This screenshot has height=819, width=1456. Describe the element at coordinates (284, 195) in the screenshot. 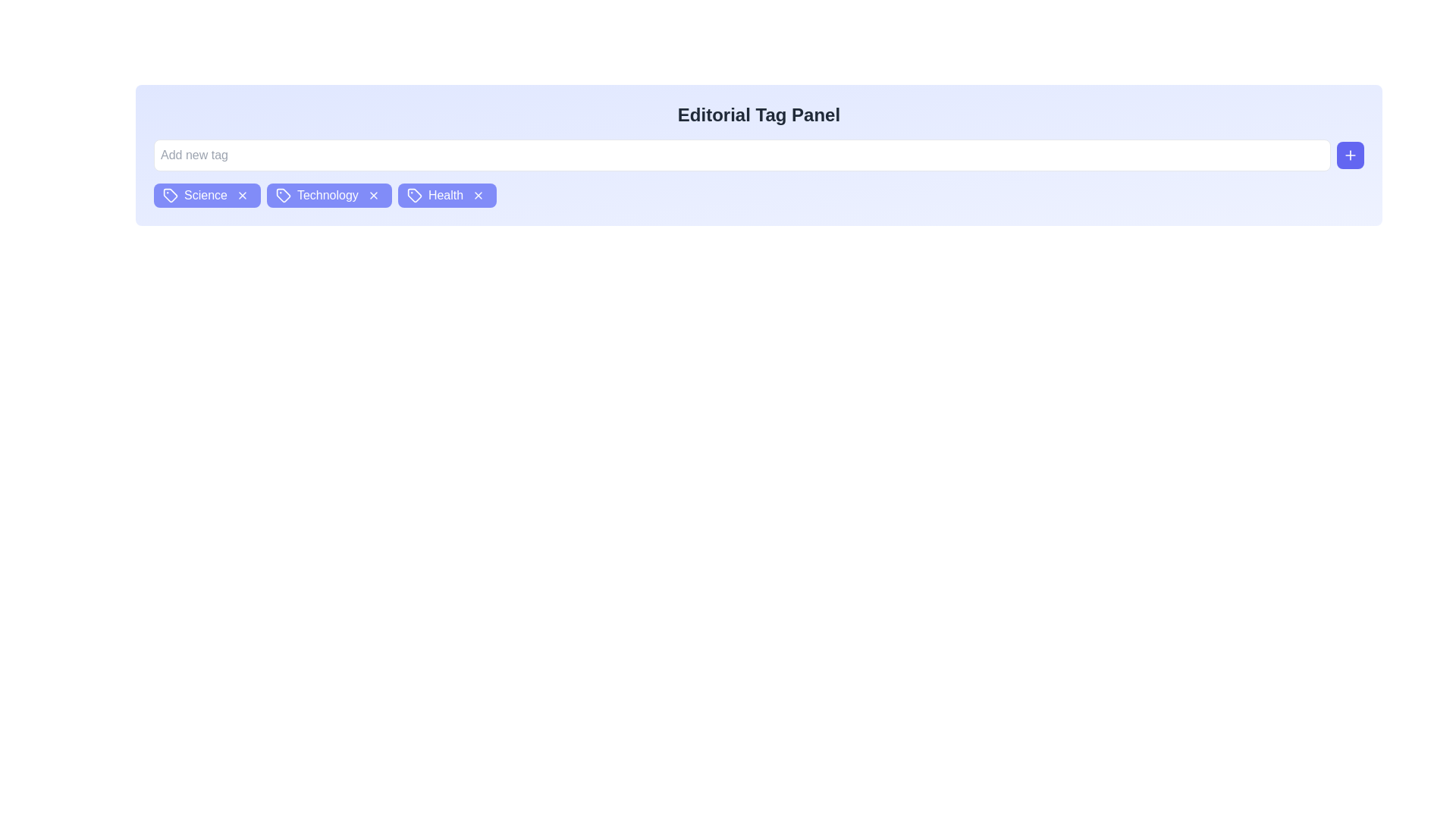

I see `the icon representing the 'Technology' label, which is located on the left-hand side of the 'Technology' chip, the second chip in the horizontal list of tags under the 'Add new tag' input field` at that location.